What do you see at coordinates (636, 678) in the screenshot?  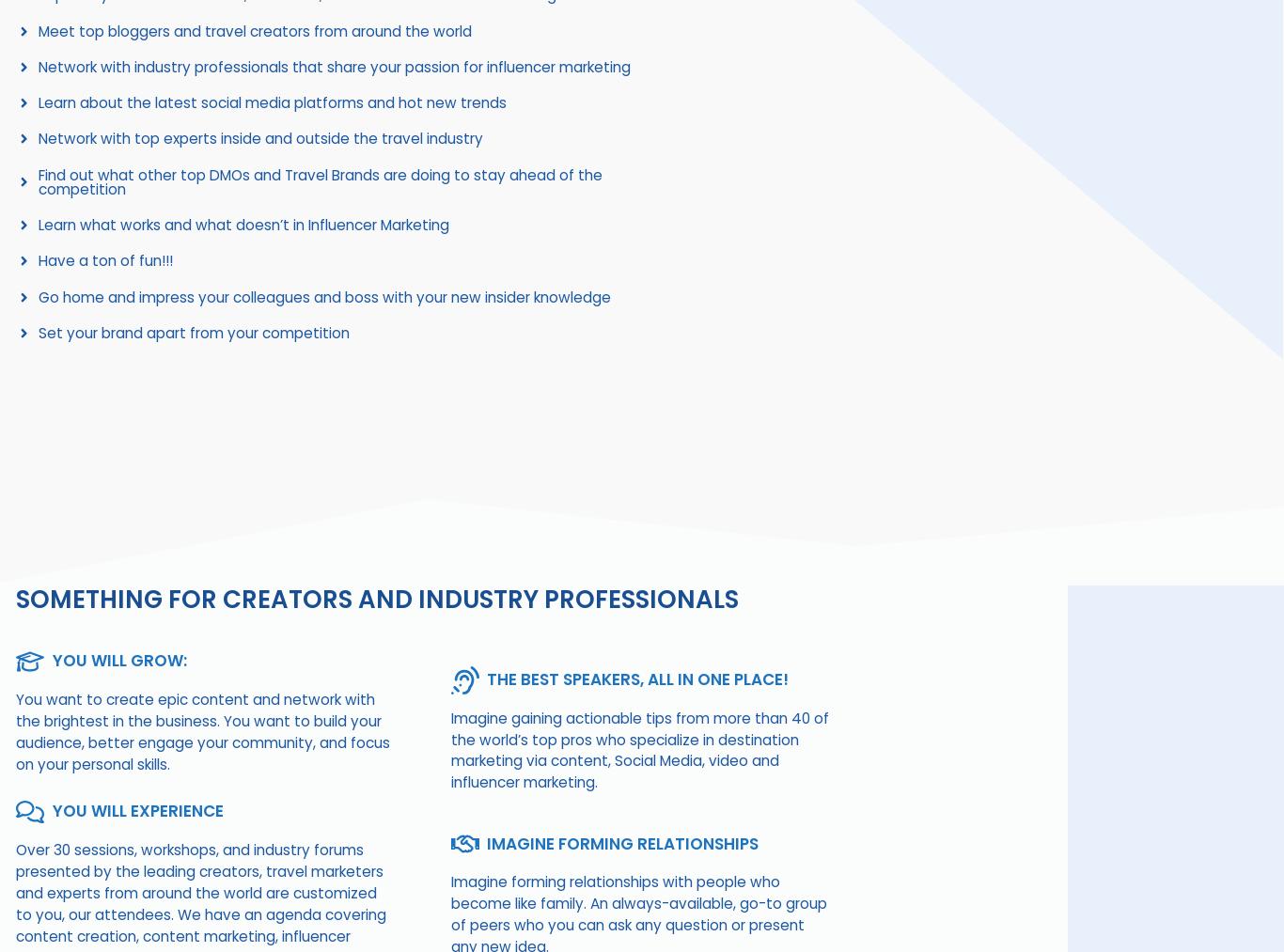 I see `'The best speakers, all in one place!'` at bounding box center [636, 678].